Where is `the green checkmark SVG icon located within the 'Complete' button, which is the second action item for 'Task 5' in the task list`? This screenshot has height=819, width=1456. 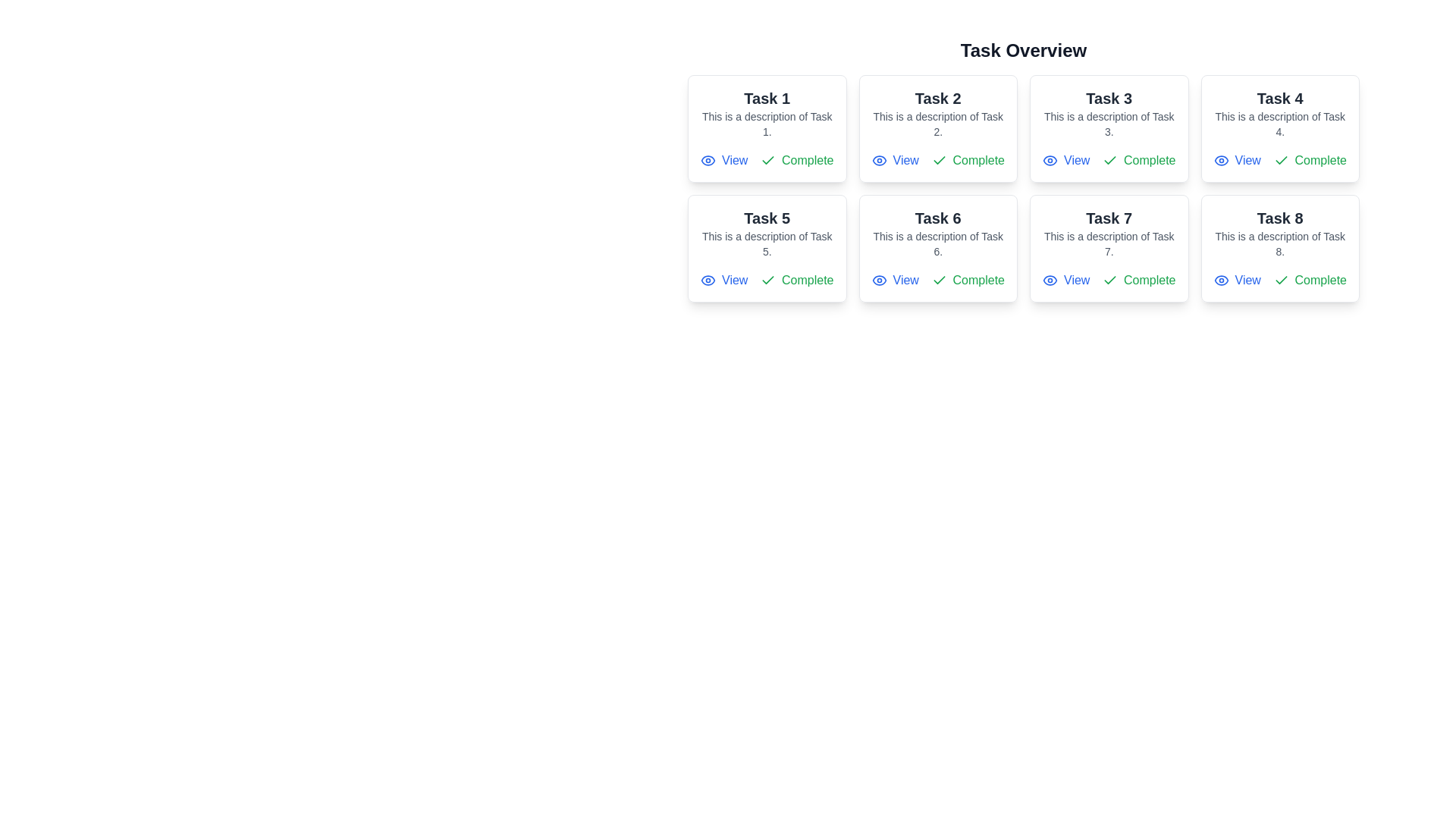
the green checkmark SVG icon located within the 'Complete' button, which is the second action item for 'Task 5' in the task list is located at coordinates (767, 281).